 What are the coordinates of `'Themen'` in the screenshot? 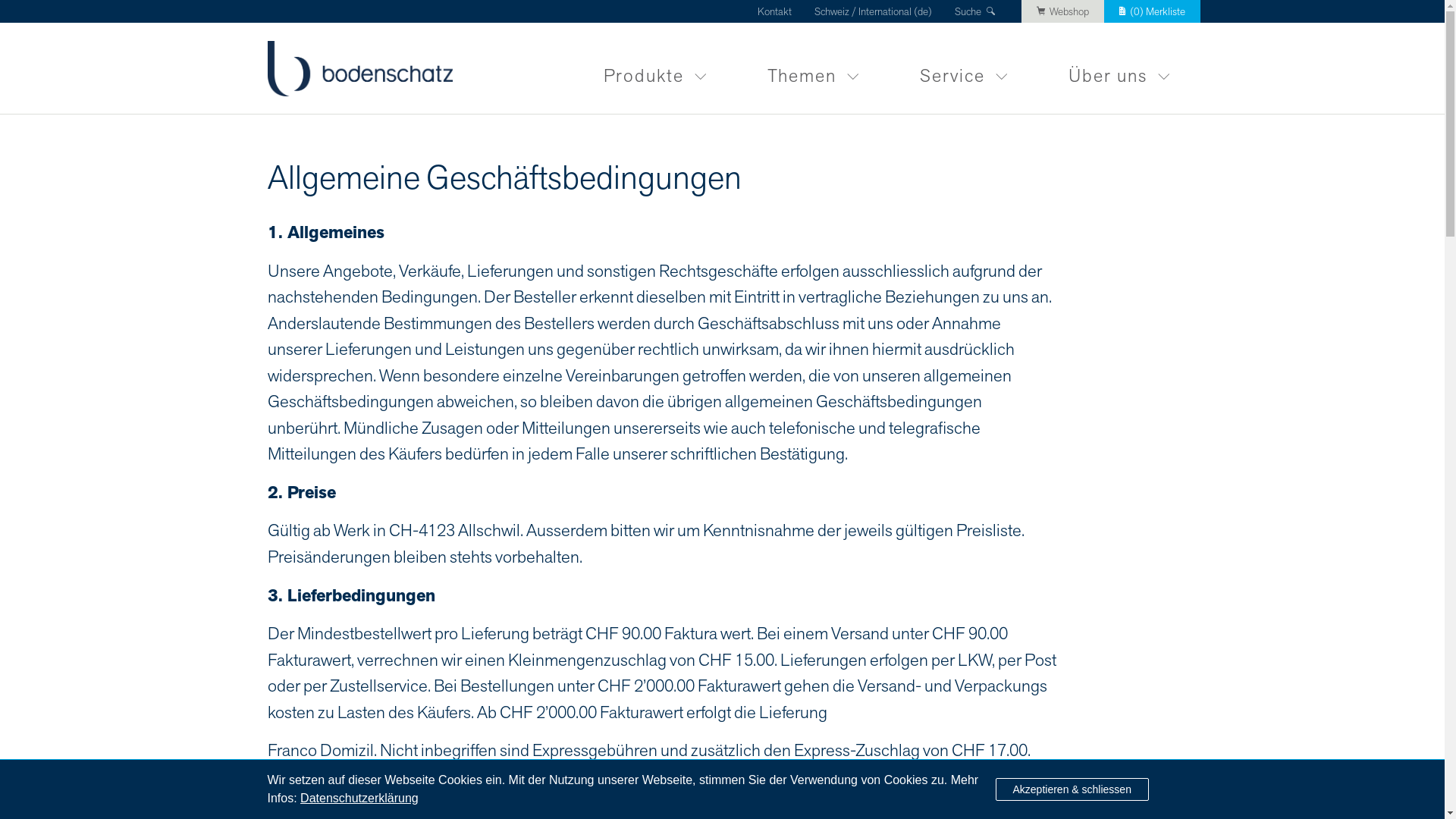 It's located at (736, 67).